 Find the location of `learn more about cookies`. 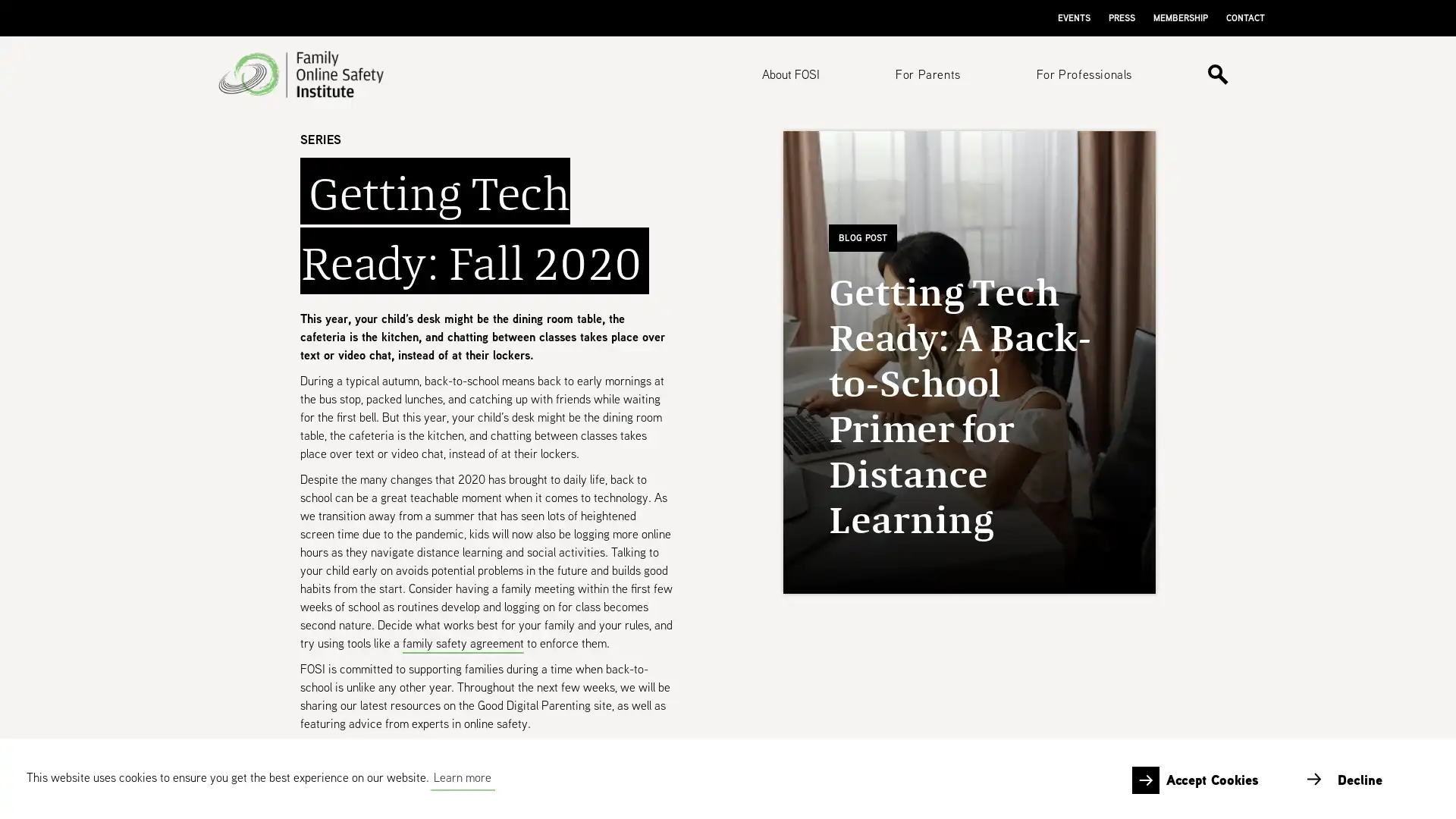

learn more about cookies is located at coordinates (462, 778).